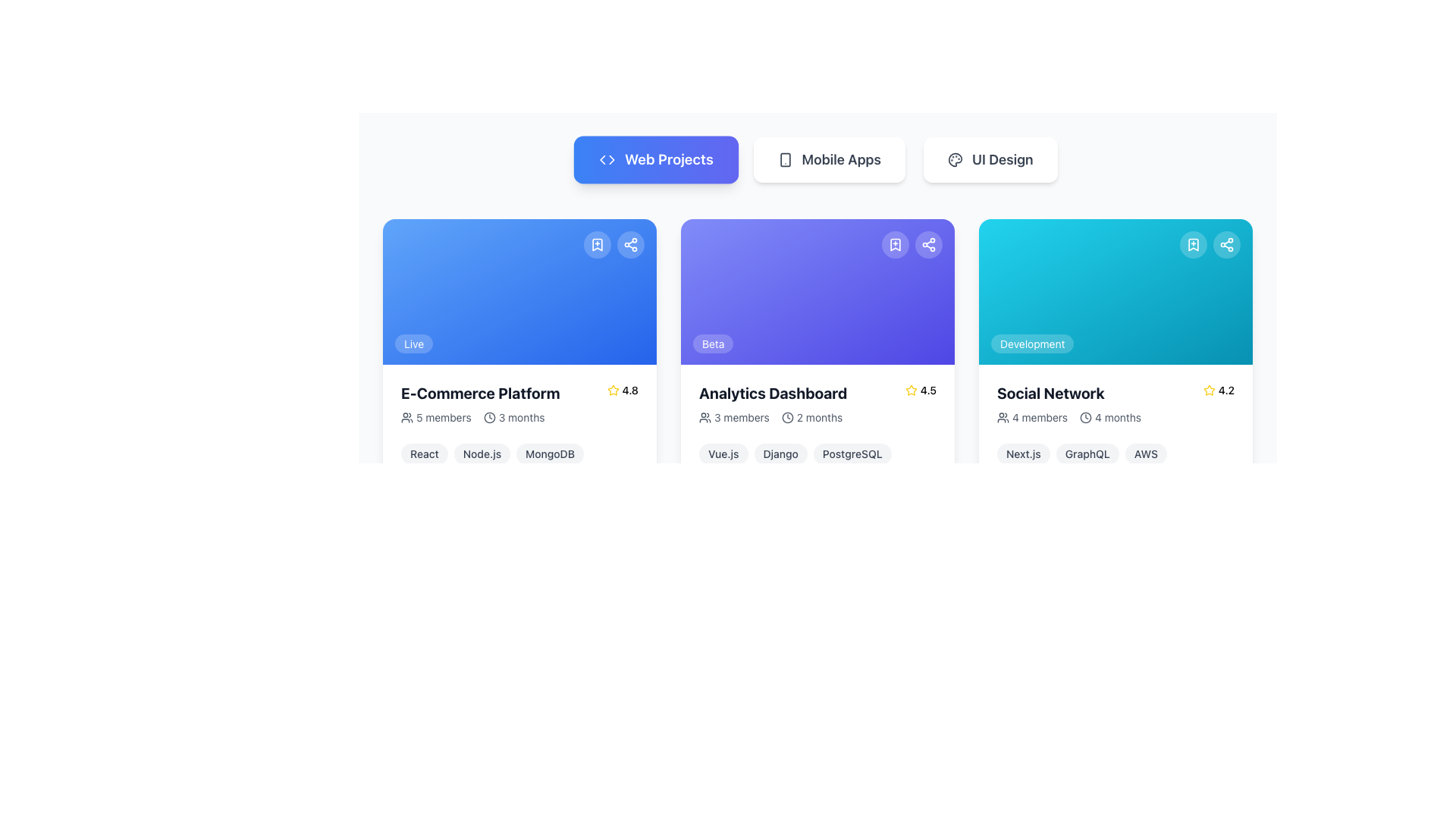  I want to click on the left arrow graphic element, which is part of a pair of arrows inside an SVG element, located near the top left corner of the 'Web Projects' button, so click(602, 160).